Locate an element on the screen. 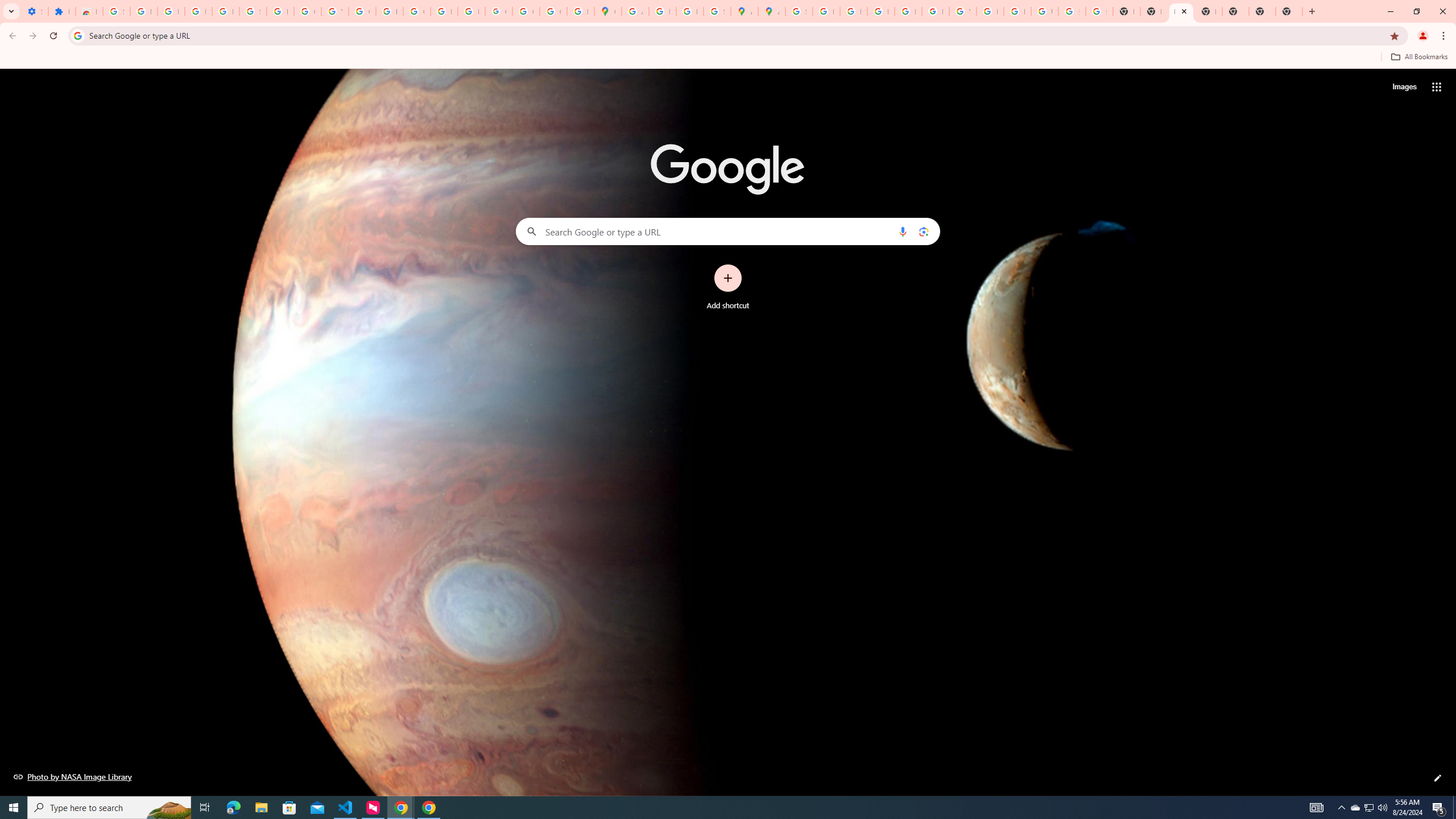 The width and height of the screenshot is (1456, 819). 'Add shortcut' is located at coordinates (728, 287).